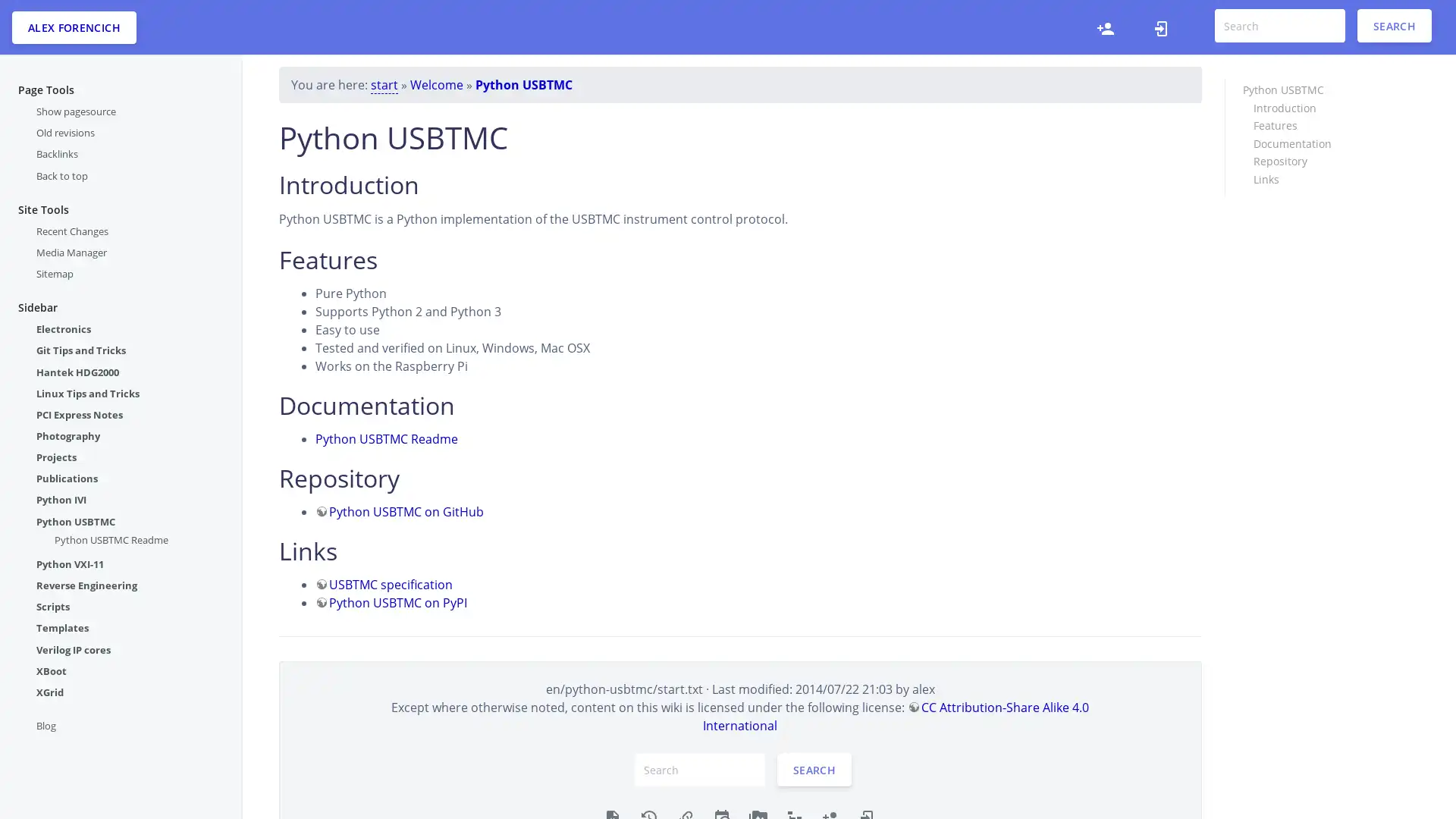  I want to click on SEARCH, so click(814, 769).